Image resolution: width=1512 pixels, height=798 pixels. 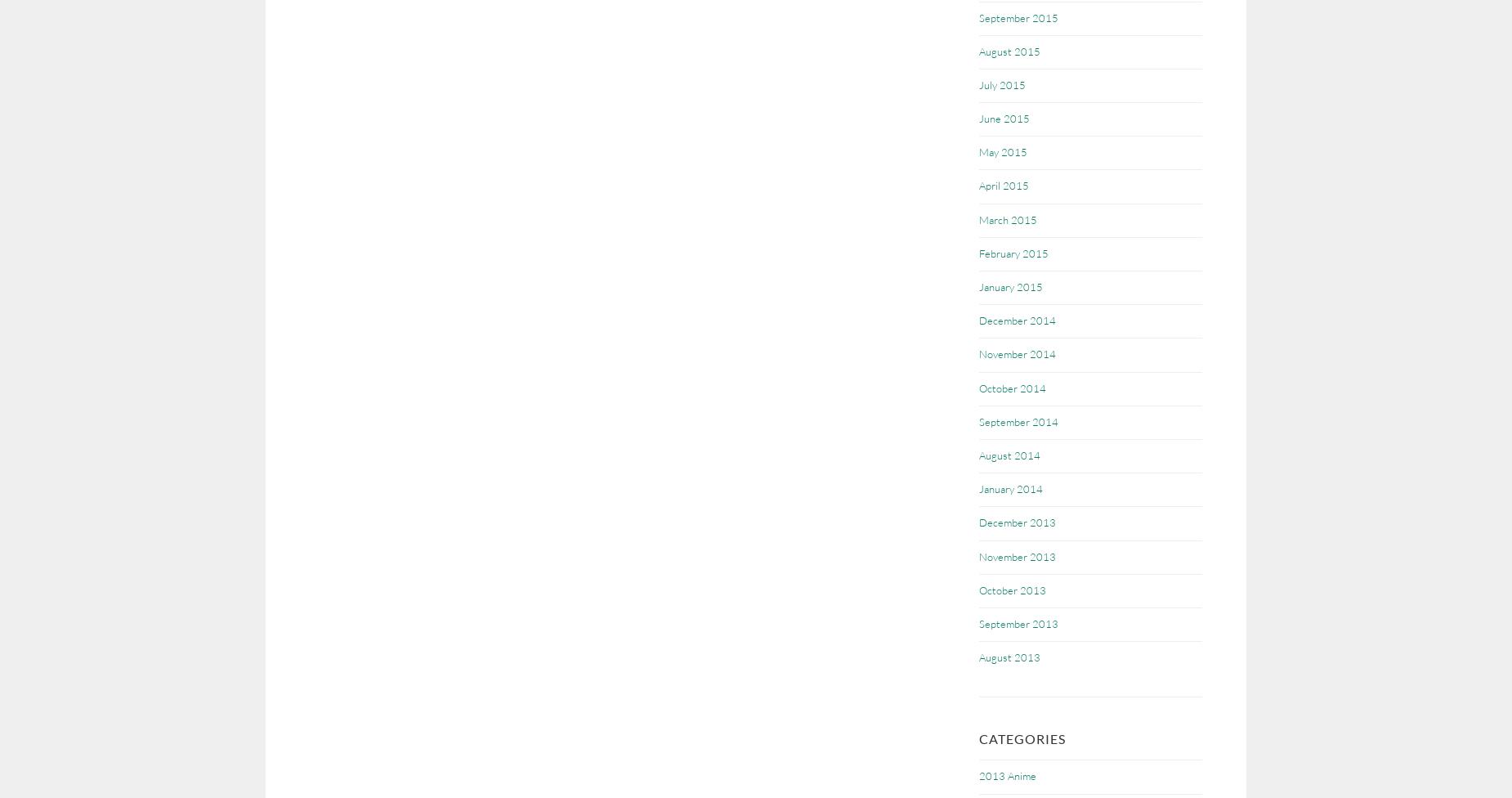 I want to click on 'April 2015', so click(x=1003, y=185).